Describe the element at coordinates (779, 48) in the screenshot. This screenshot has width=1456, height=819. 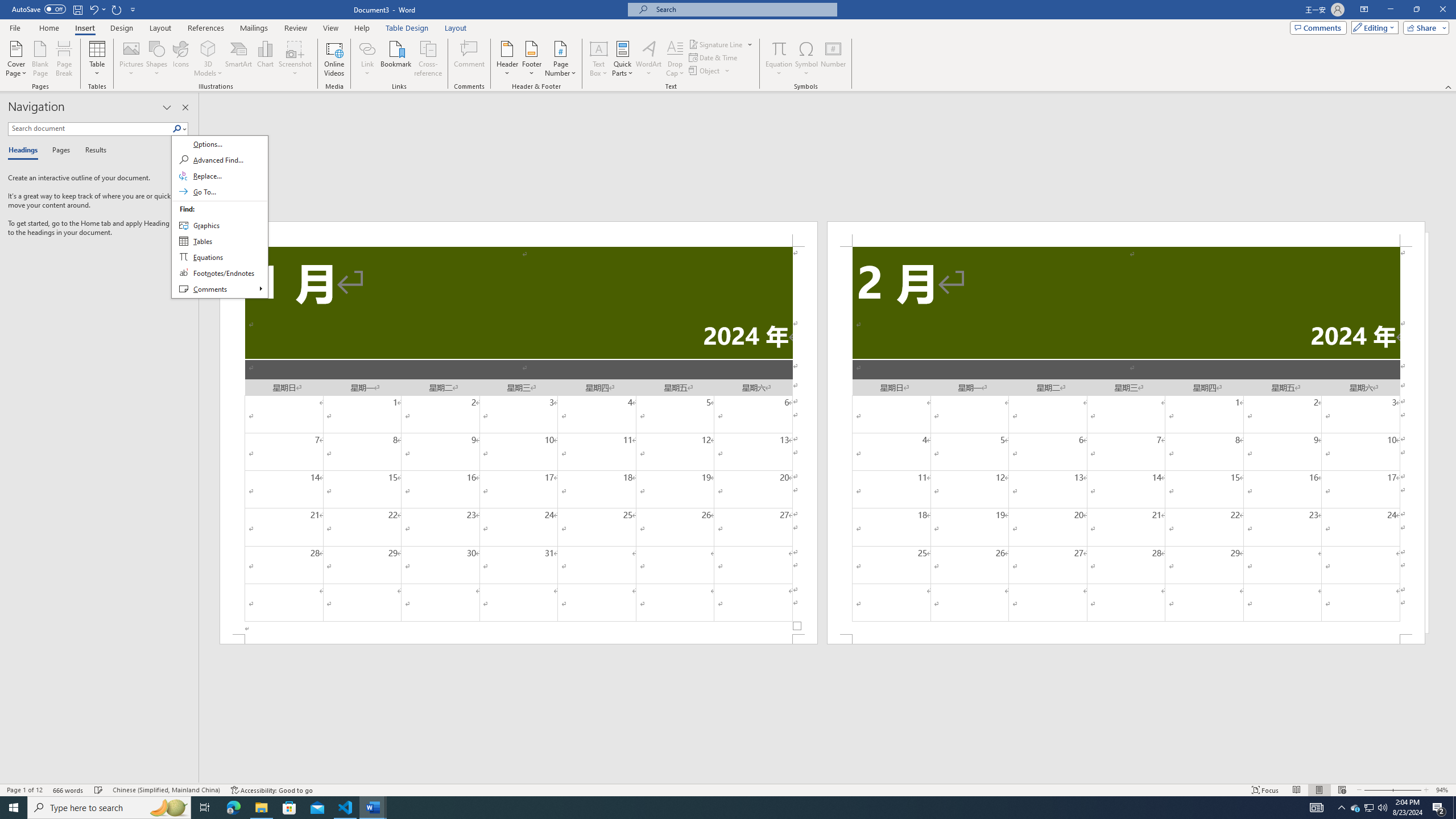
I see `'Equation'` at that location.